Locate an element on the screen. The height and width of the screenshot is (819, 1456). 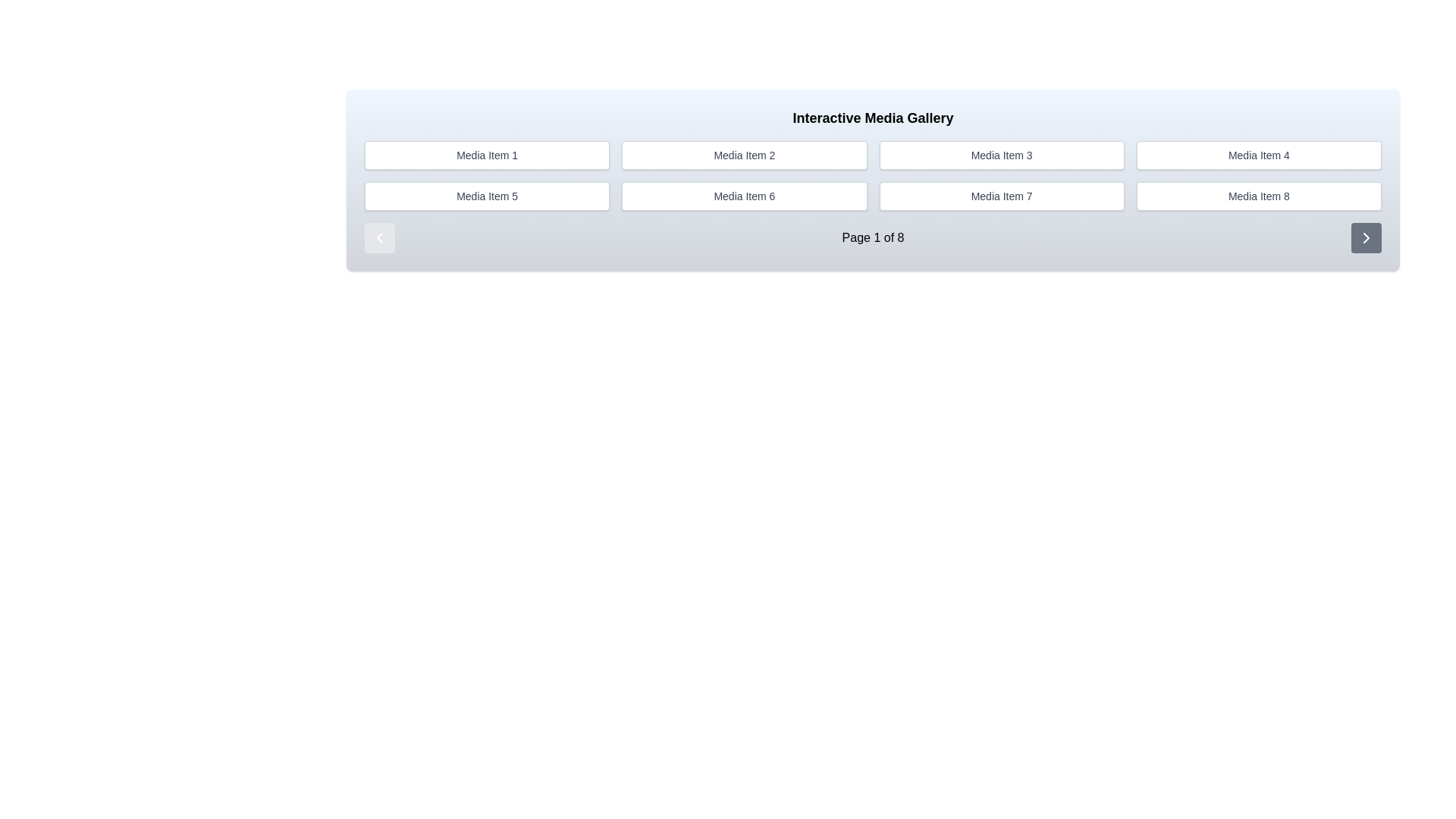
the 'Next' button located in the bottom-right corner of the gallery component is located at coordinates (1366, 237).